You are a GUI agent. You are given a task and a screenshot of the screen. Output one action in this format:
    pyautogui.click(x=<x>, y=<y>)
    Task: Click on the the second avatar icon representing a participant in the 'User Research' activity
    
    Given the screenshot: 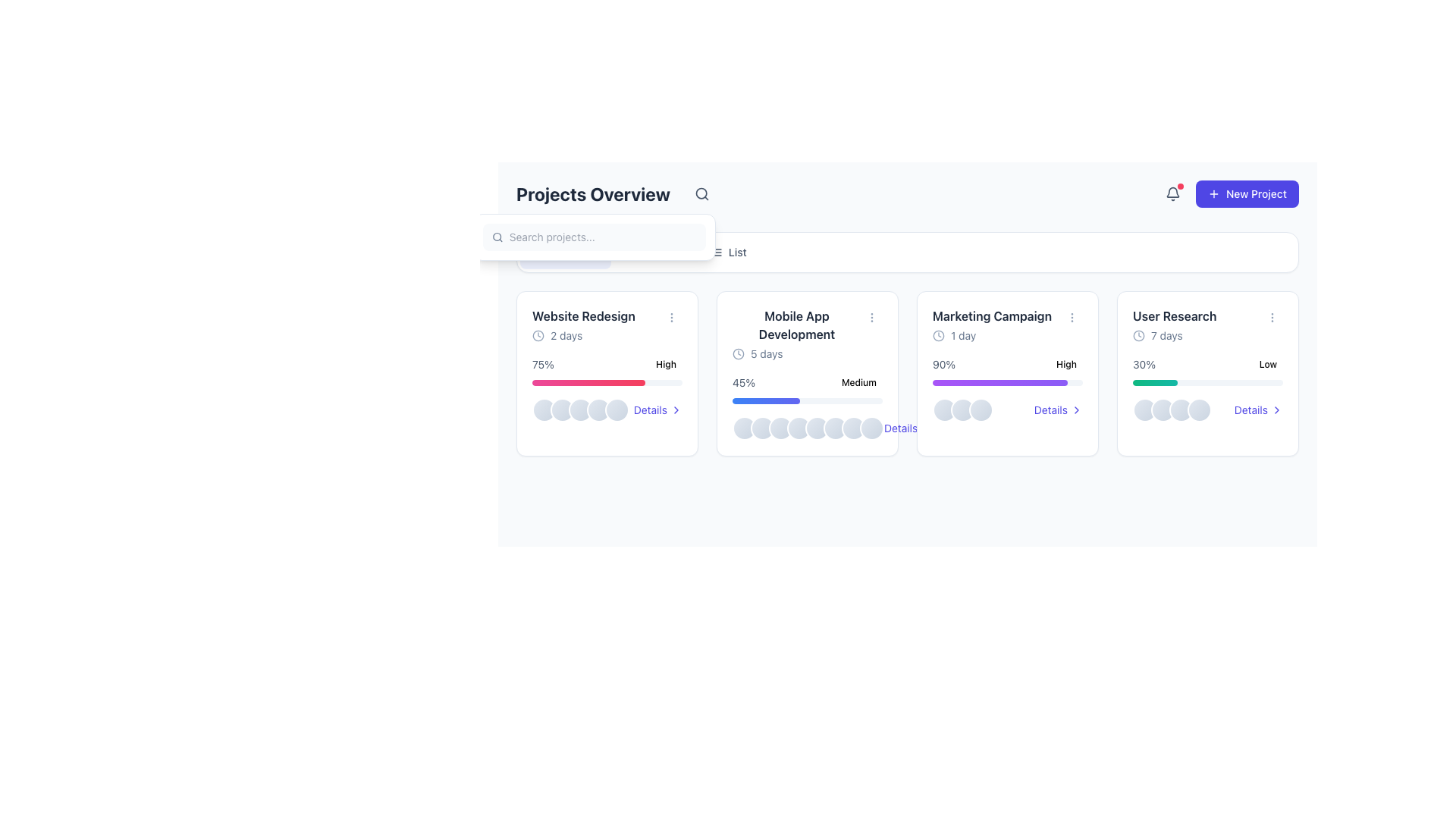 What is the action you would take?
    pyautogui.click(x=1163, y=409)
    